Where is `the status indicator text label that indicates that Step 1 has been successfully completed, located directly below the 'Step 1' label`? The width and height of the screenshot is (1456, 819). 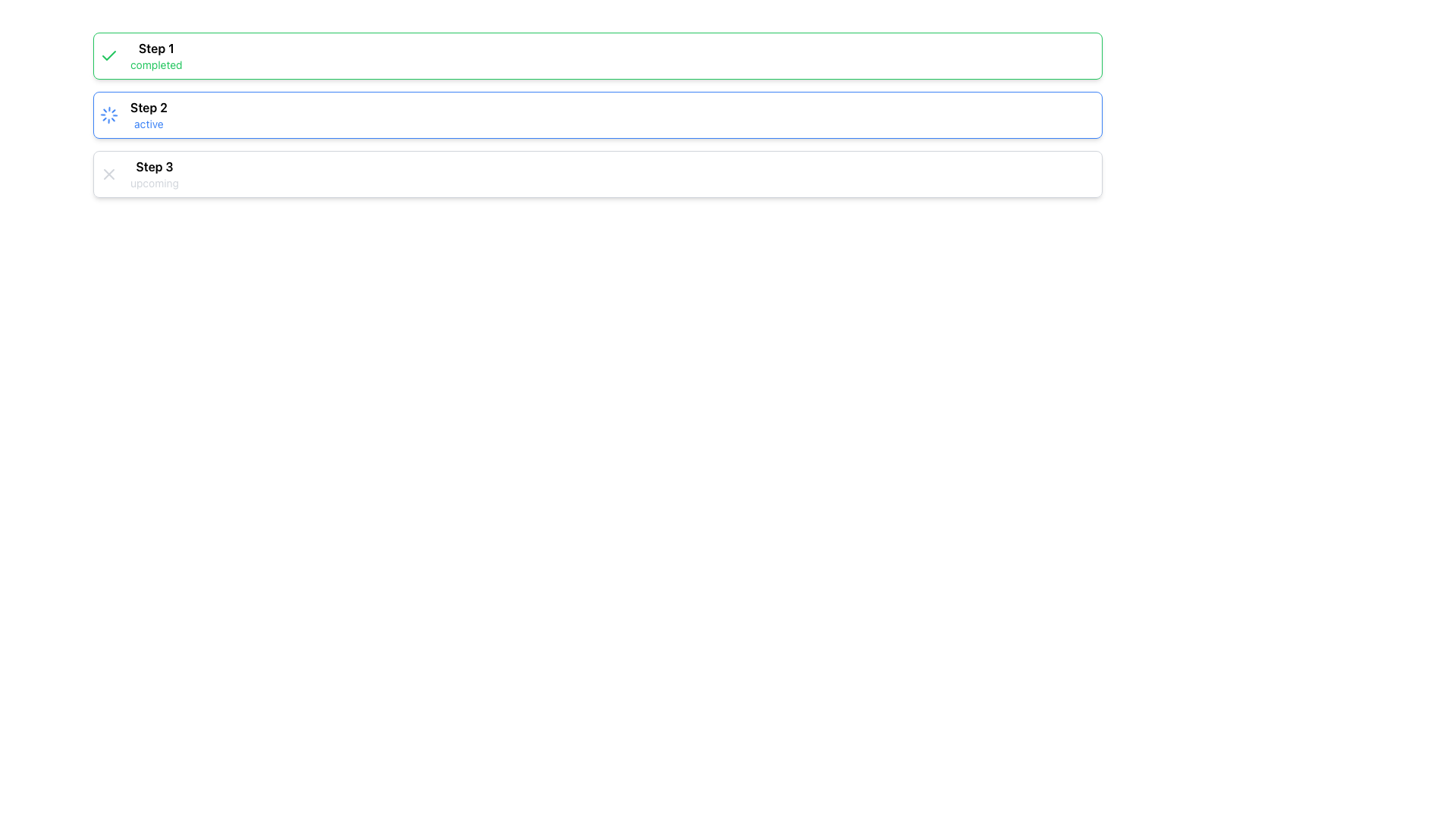
the status indicator text label that indicates that Step 1 has been successfully completed, located directly below the 'Step 1' label is located at coordinates (156, 64).